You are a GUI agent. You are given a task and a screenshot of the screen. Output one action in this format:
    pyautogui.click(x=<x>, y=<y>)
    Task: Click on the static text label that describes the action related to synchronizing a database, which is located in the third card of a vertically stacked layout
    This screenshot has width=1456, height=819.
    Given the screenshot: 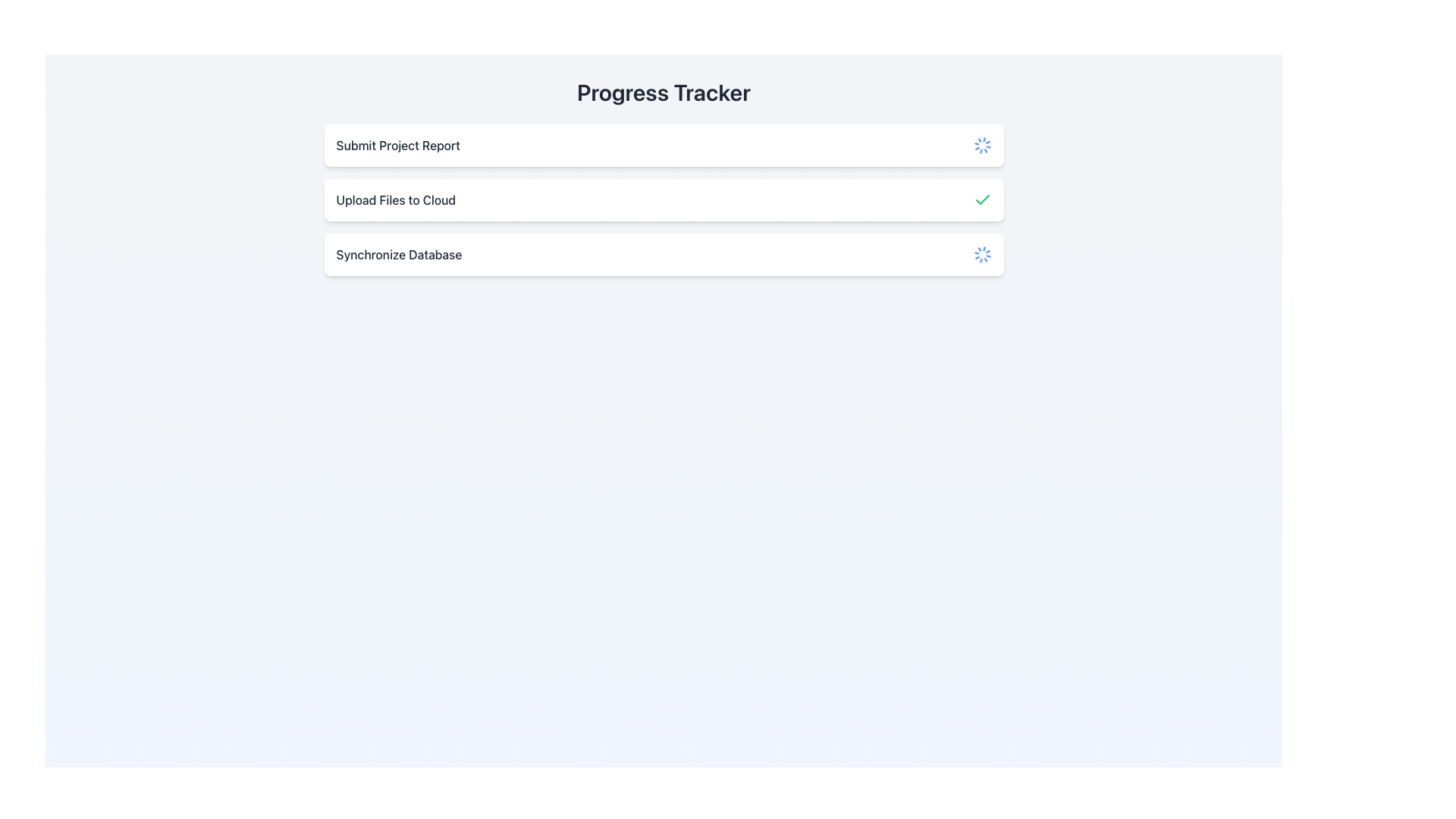 What is the action you would take?
    pyautogui.click(x=399, y=253)
    